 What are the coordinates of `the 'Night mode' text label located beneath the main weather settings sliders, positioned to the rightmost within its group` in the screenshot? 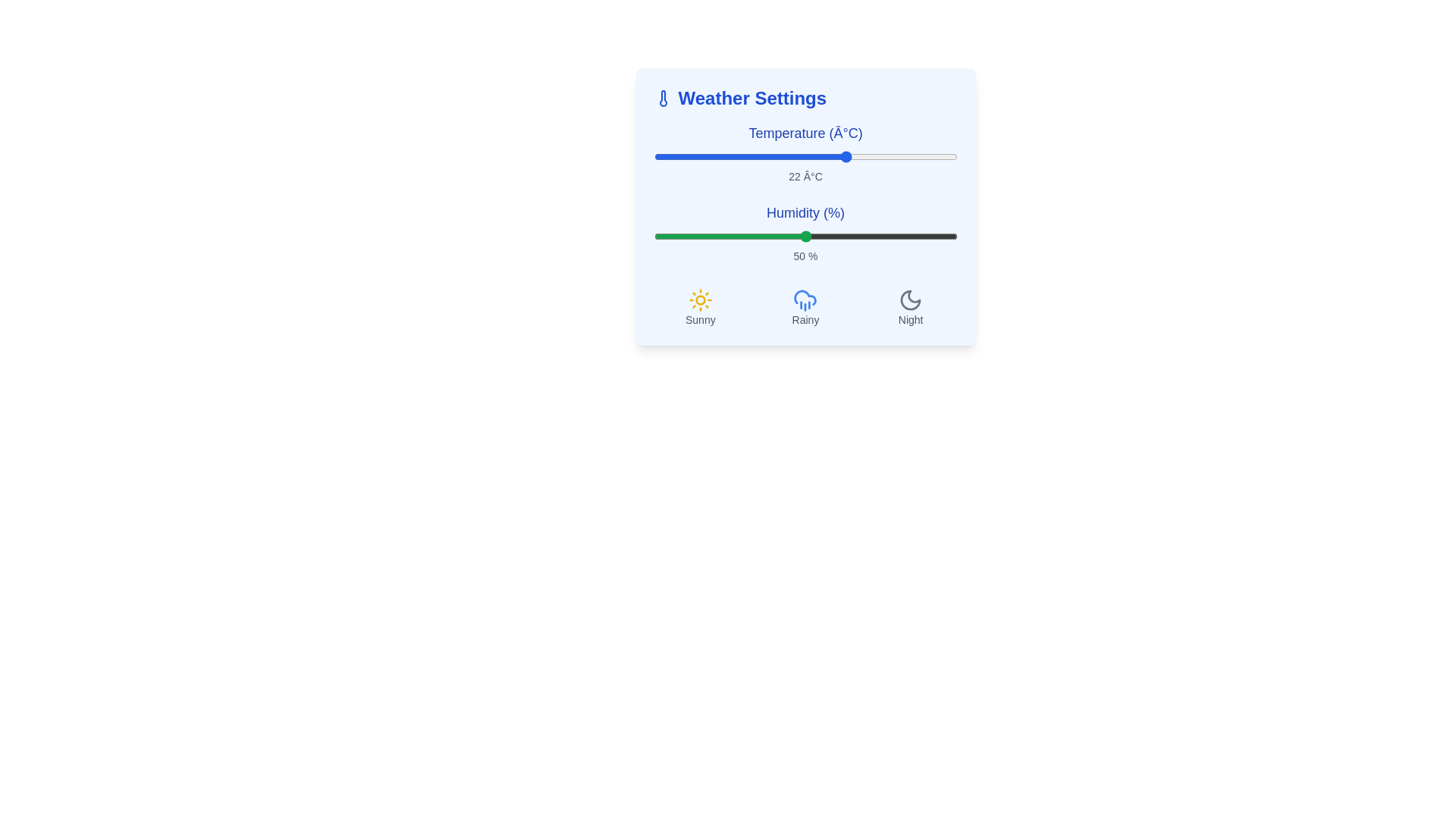 It's located at (910, 318).